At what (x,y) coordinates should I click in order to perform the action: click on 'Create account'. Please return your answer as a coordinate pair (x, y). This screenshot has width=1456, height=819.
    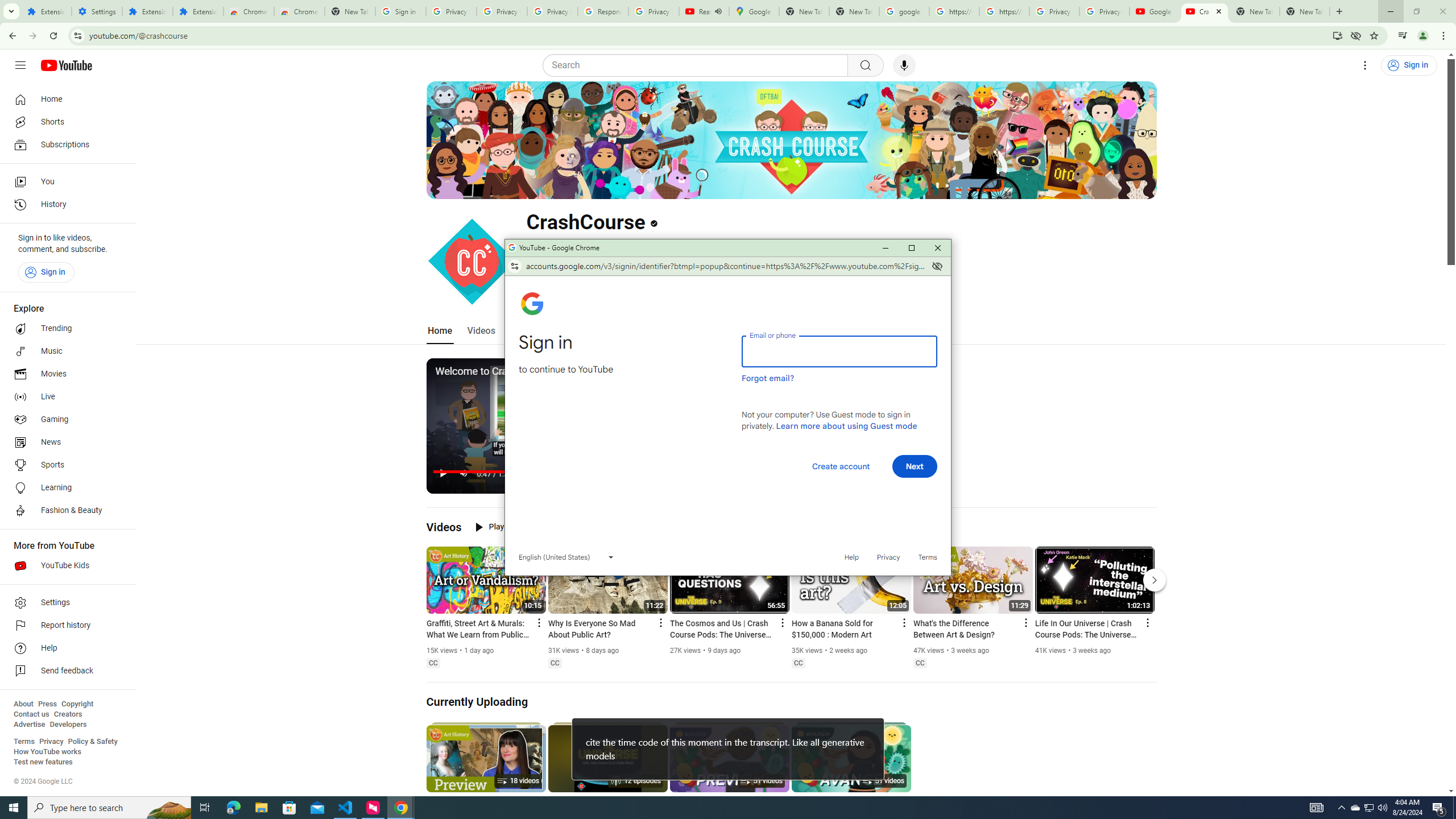
    Looking at the image, I should click on (840, 466).